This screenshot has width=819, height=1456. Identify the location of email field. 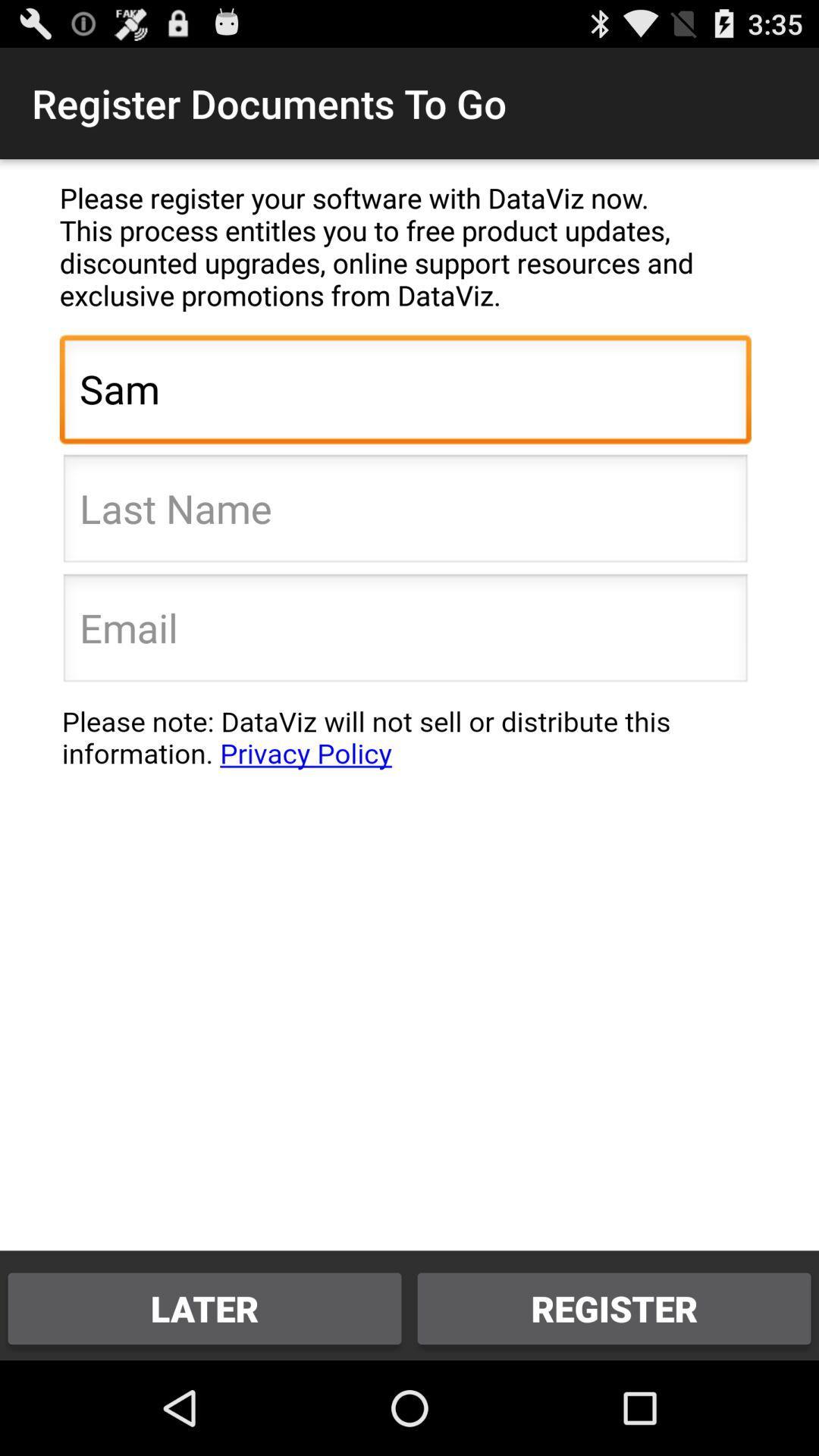
(404, 632).